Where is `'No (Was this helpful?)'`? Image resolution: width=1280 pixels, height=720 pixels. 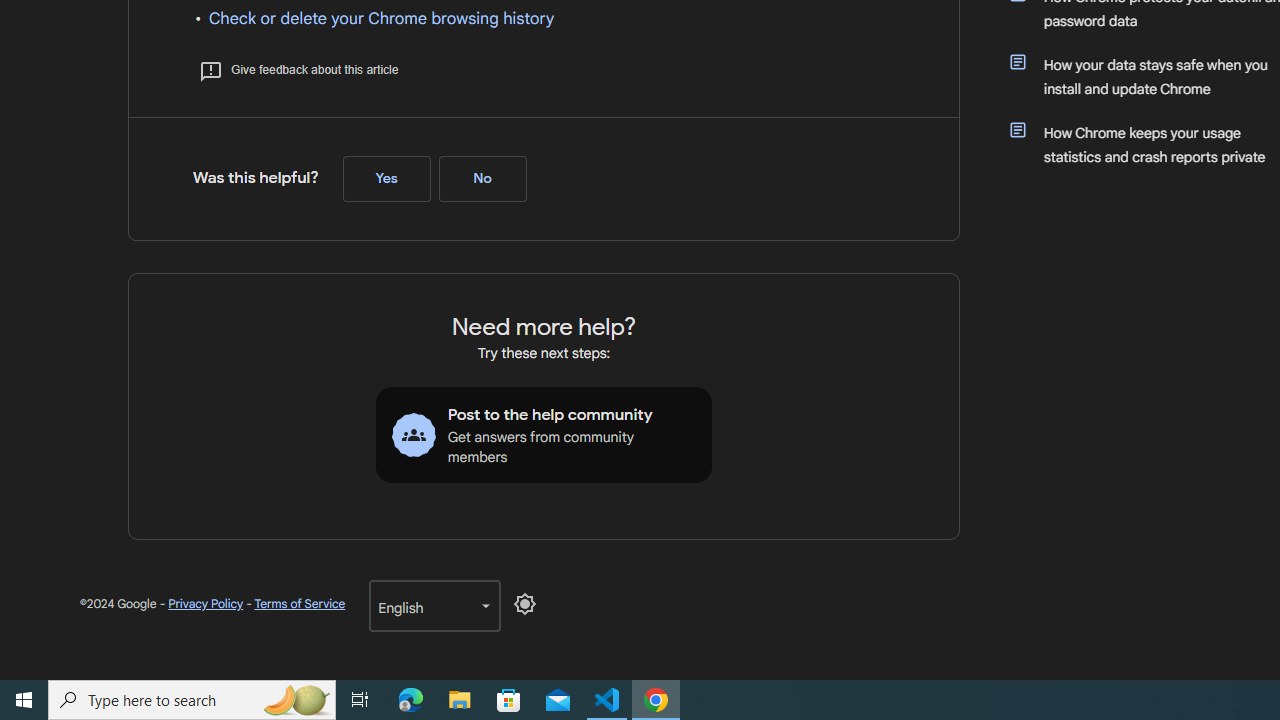 'No (Was this helpful?)' is located at coordinates (482, 178).